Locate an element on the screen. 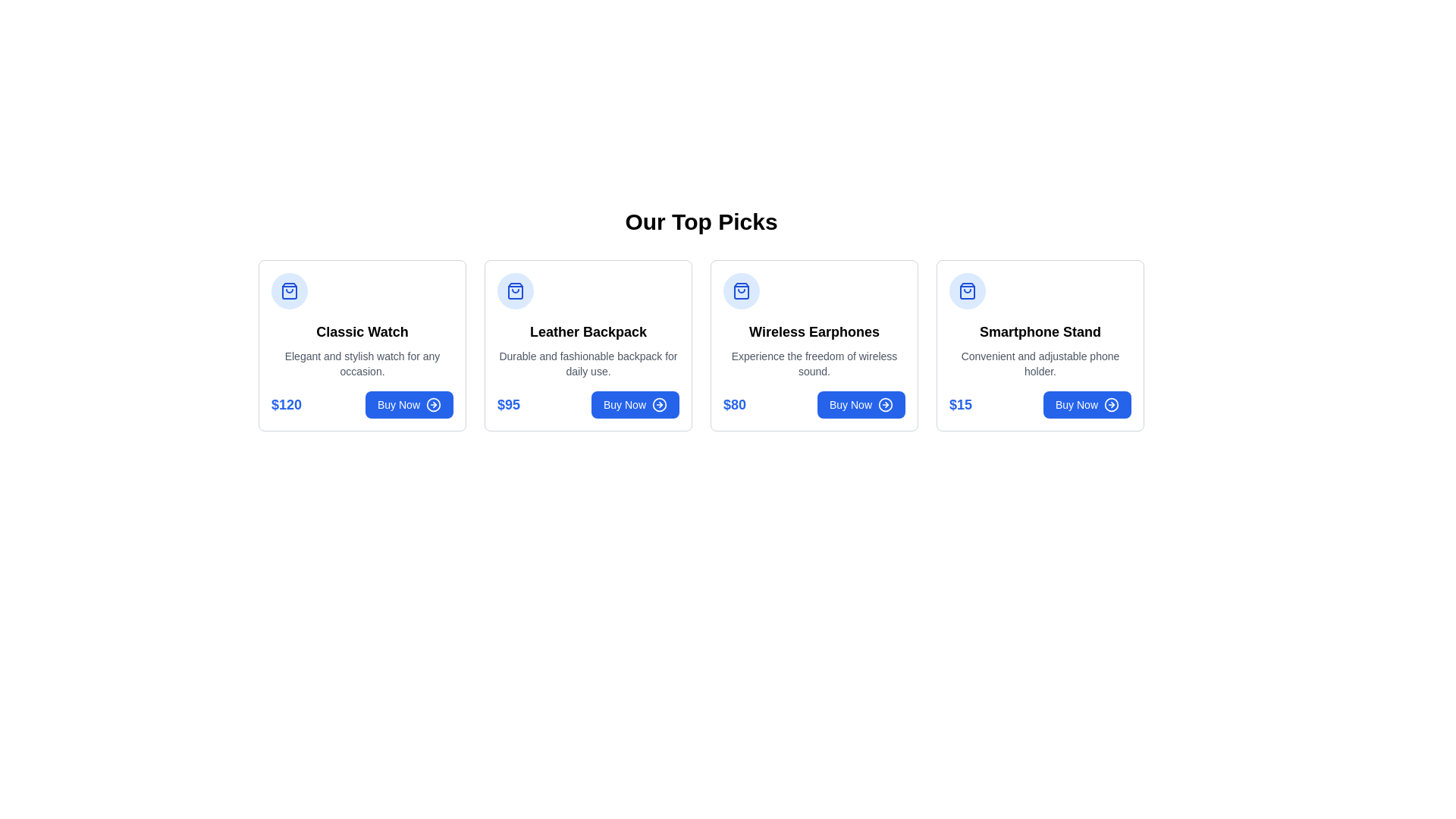 Image resolution: width=1456 pixels, height=819 pixels. the 'Purchase Smartphone Stand' button located at the bottom right of the product card to observe the hover effect is located at coordinates (1087, 403).